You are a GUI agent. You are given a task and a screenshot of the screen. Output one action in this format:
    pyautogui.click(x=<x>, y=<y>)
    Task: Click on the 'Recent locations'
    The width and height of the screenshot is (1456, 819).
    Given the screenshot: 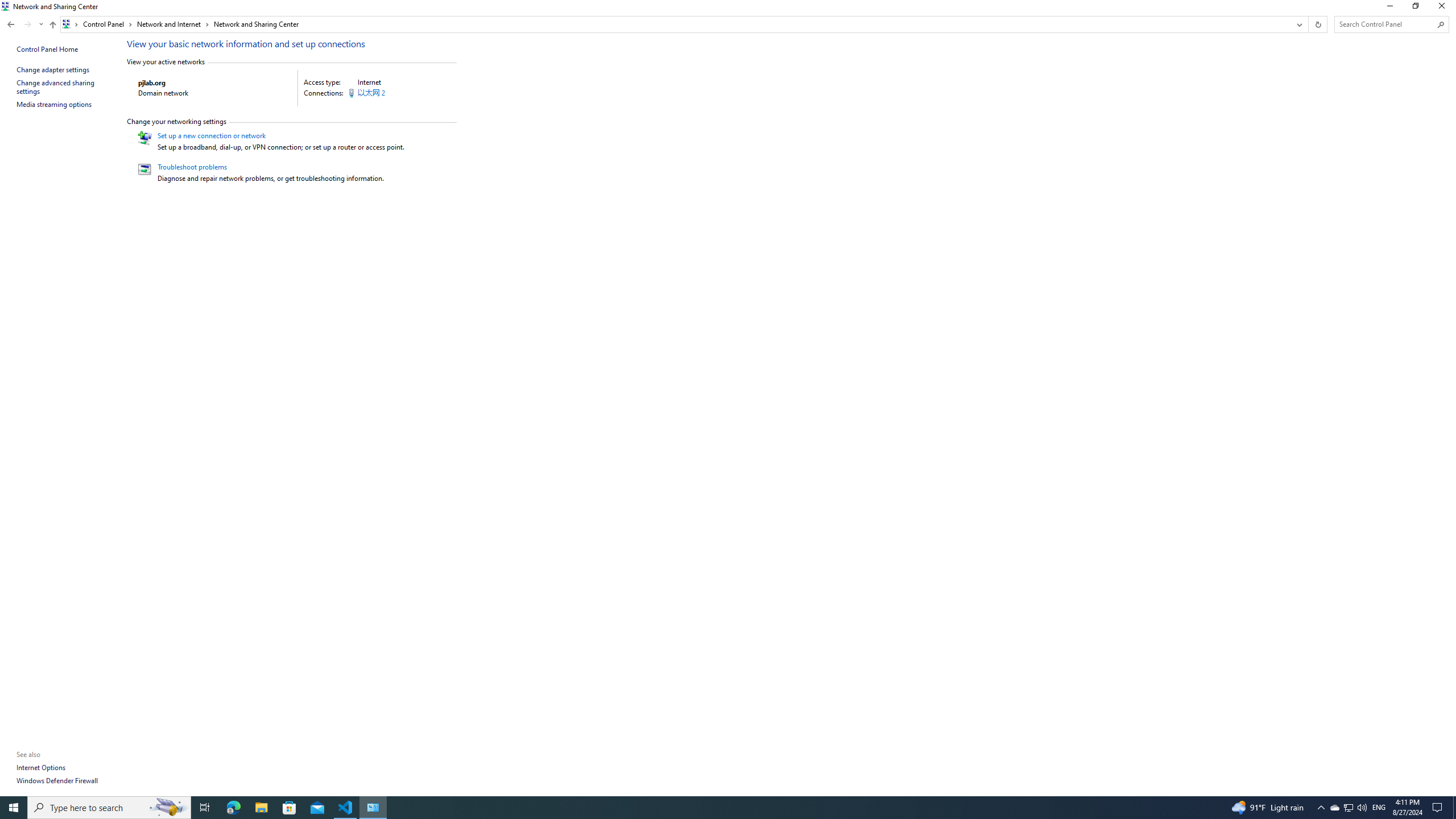 What is the action you would take?
    pyautogui.click(x=40, y=24)
    